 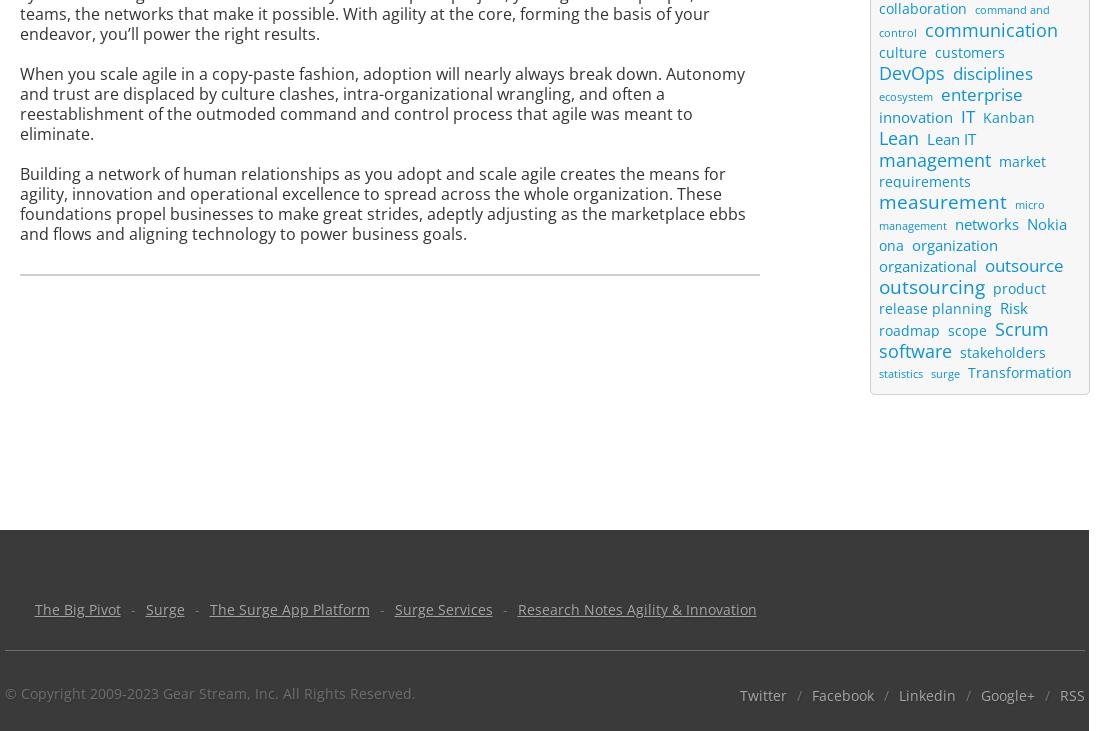 I want to click on '© Copyright 2009-2023 Gear Stream, Inc. All Rights Reserved.', so click(x=4, y=693).